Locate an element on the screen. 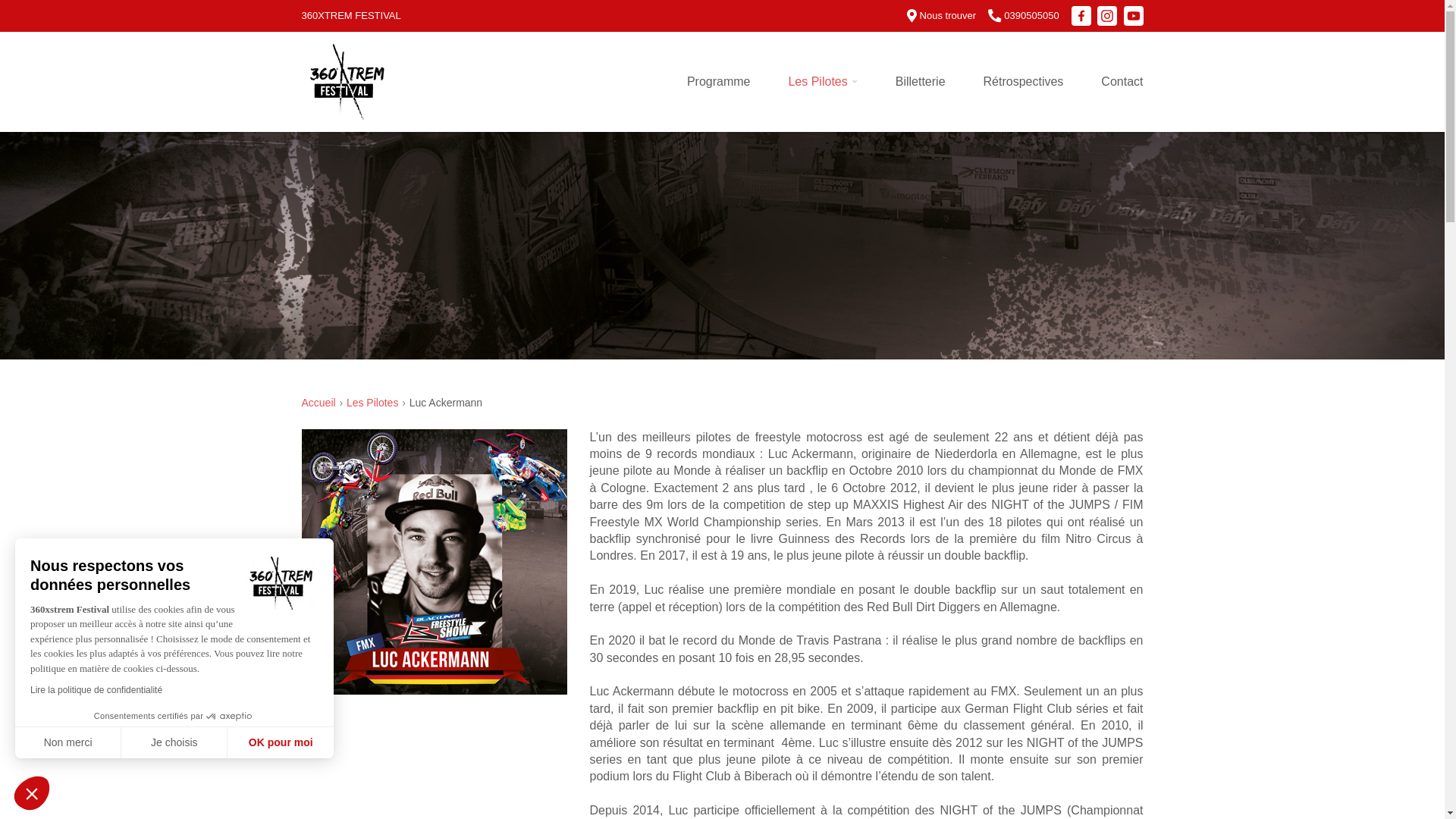  'Non merci' is located at coordinates (67, 742).